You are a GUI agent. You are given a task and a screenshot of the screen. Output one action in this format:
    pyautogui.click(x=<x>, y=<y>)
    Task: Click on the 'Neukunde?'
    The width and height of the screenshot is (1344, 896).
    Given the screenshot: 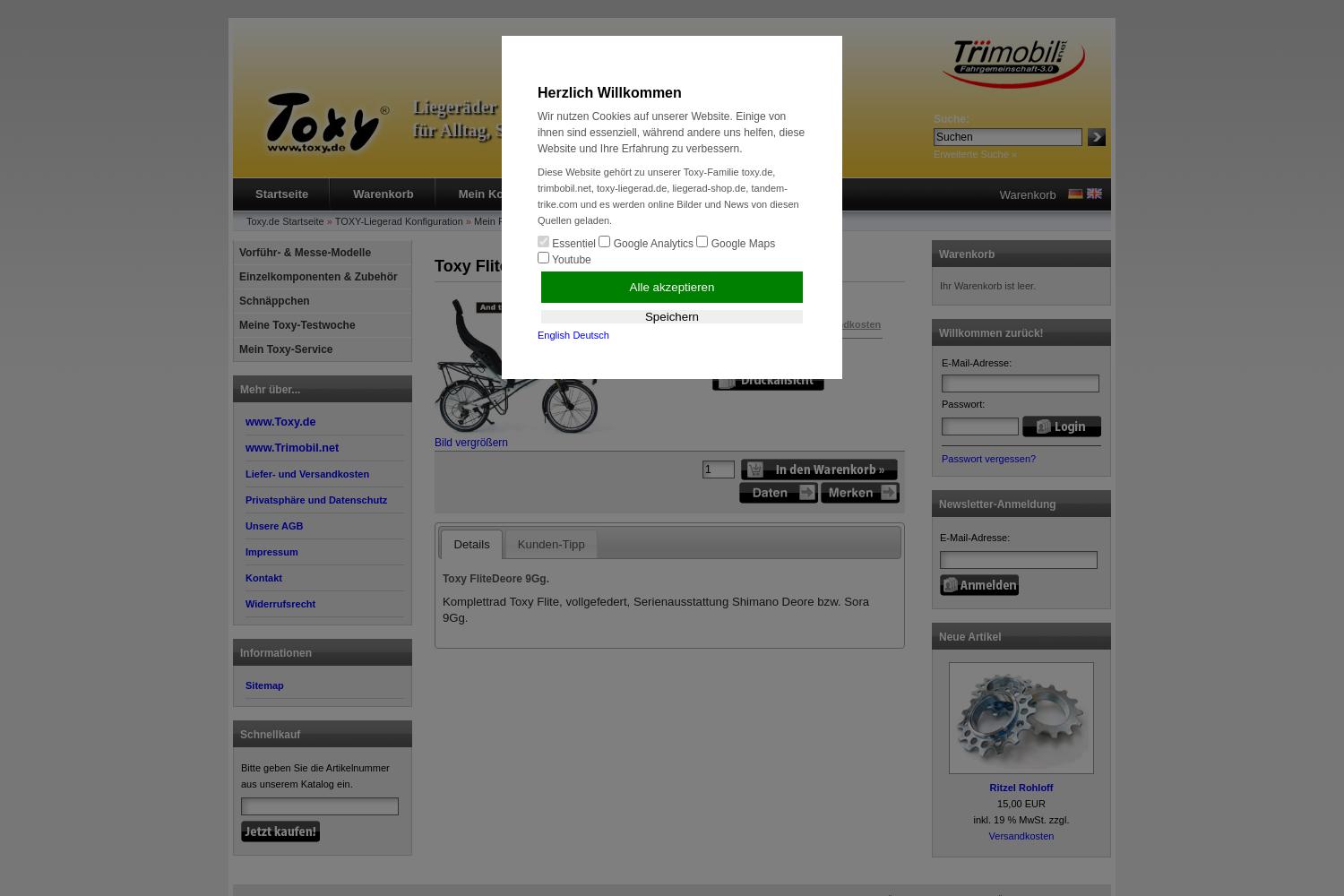 What is the action you would take?
    pyautogui.click(x=598, y=193)
    